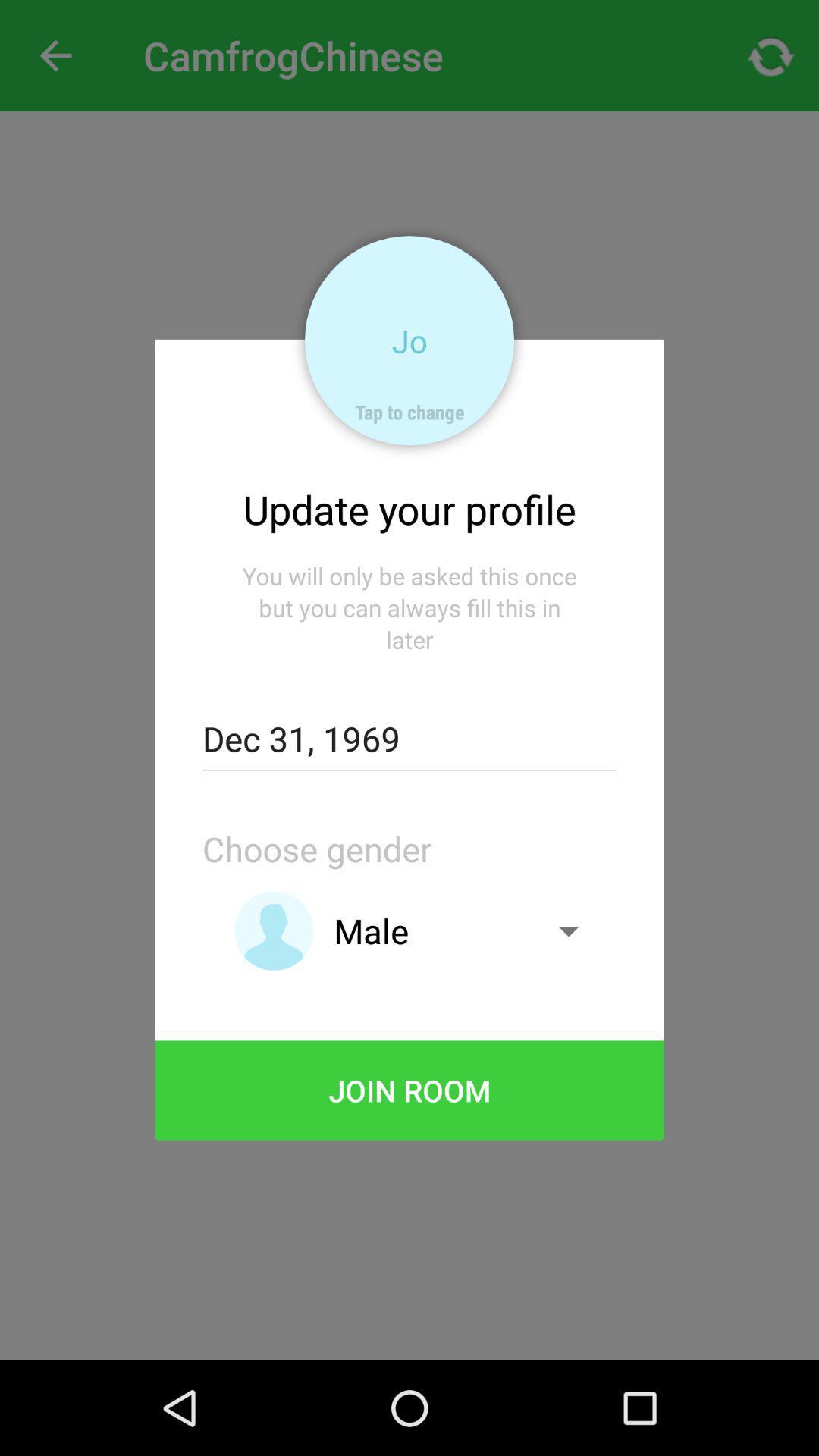 The height and width of the screenshot is (1456, 819). I want to click on icon below the you will only, so click(409, 739).